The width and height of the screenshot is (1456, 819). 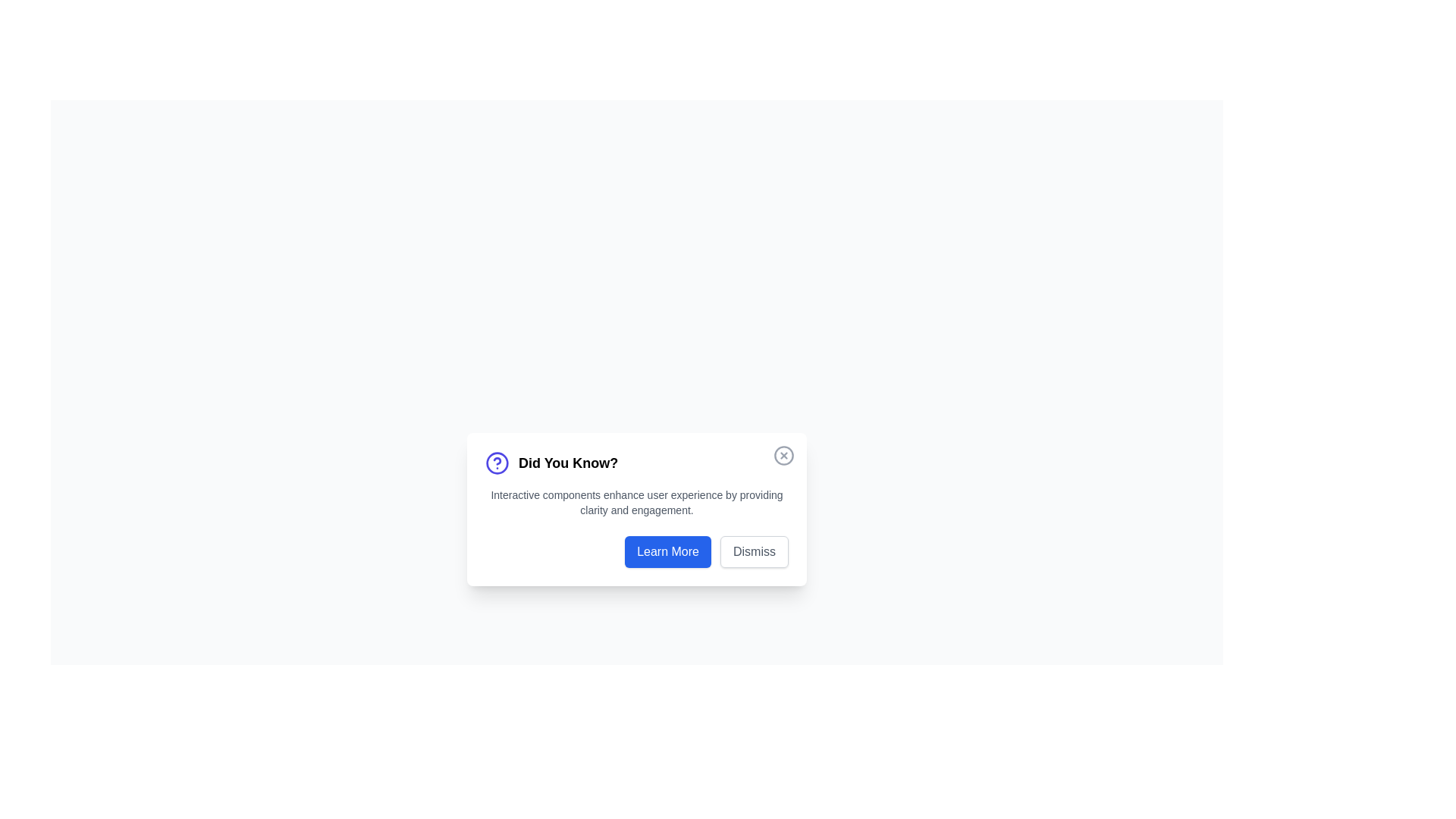 I want to click on the close button located in the top-right corner of the dialog box, so click(x=783, y=455).